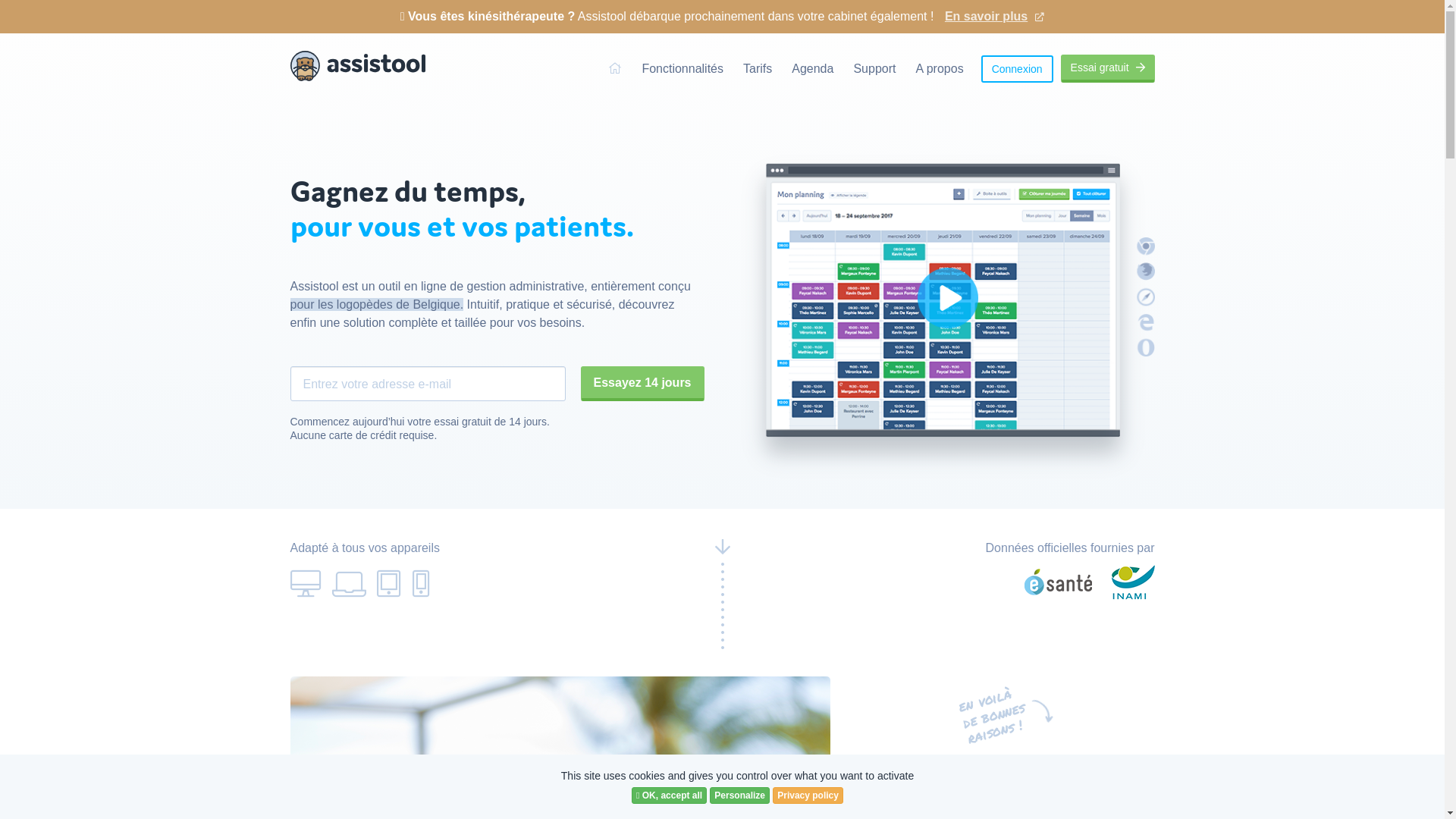 The height and width of the screenshot is (819, 1456). I want to click on 'Connexion', so click(1017, 67).